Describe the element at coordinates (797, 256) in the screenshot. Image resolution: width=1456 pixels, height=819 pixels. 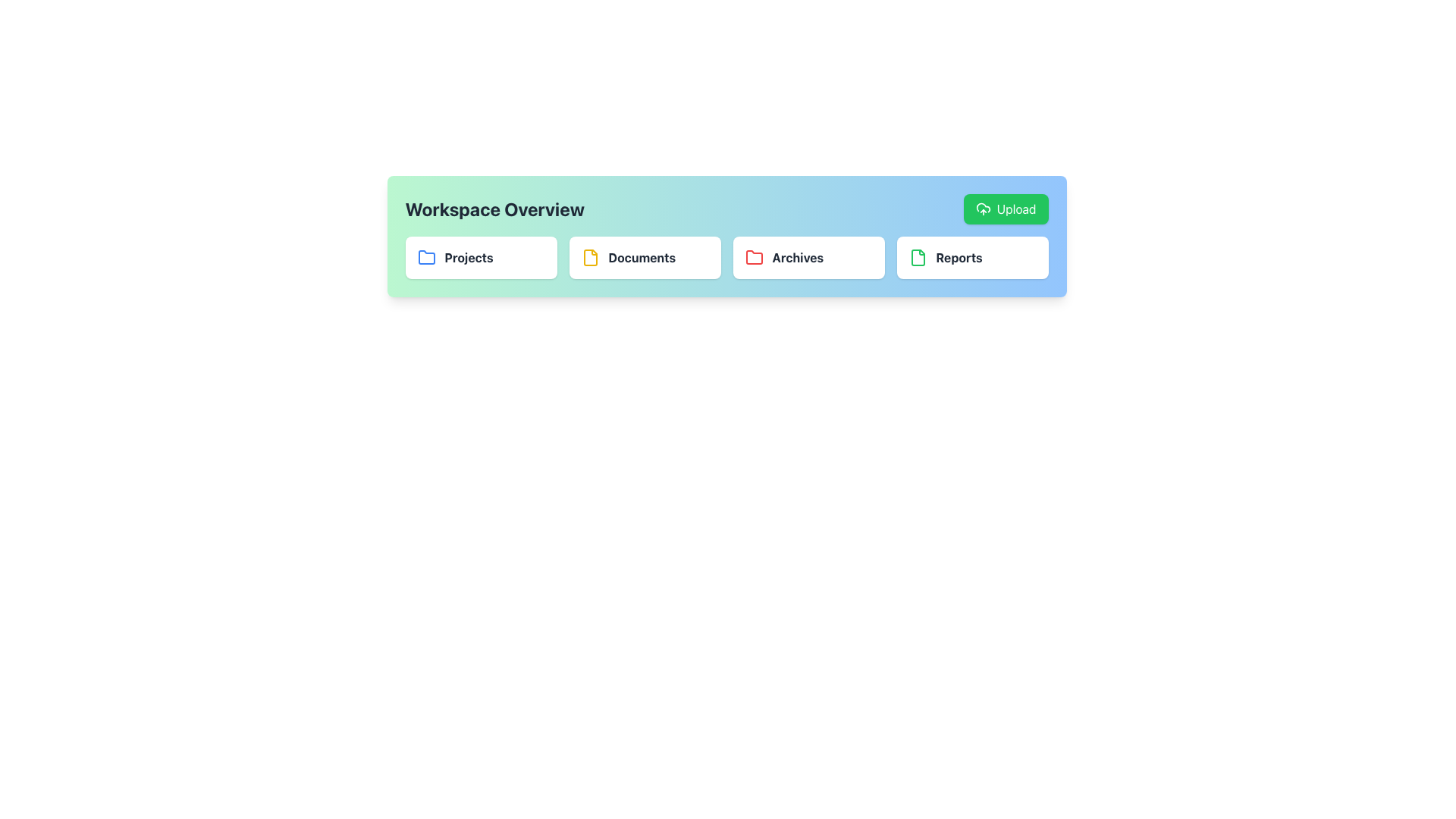
I see `the 'Archives' label, which is centrally positioned within a rectangular card that indicates the category for archived items` at that location.